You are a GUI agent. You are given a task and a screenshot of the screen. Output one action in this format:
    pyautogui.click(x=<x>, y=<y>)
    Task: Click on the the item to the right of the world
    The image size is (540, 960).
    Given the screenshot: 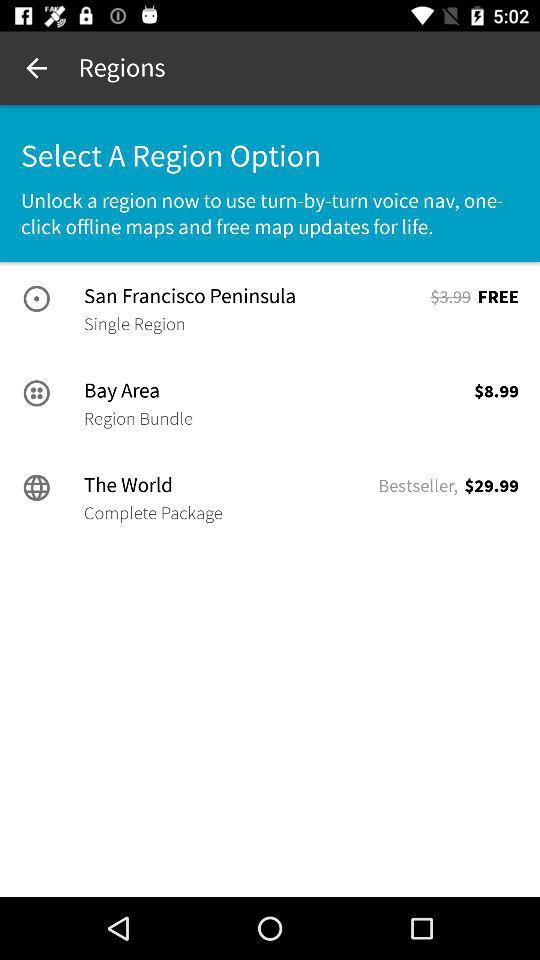 What is the action you would take?
    pyautogui.click(x=417, y=485)
    